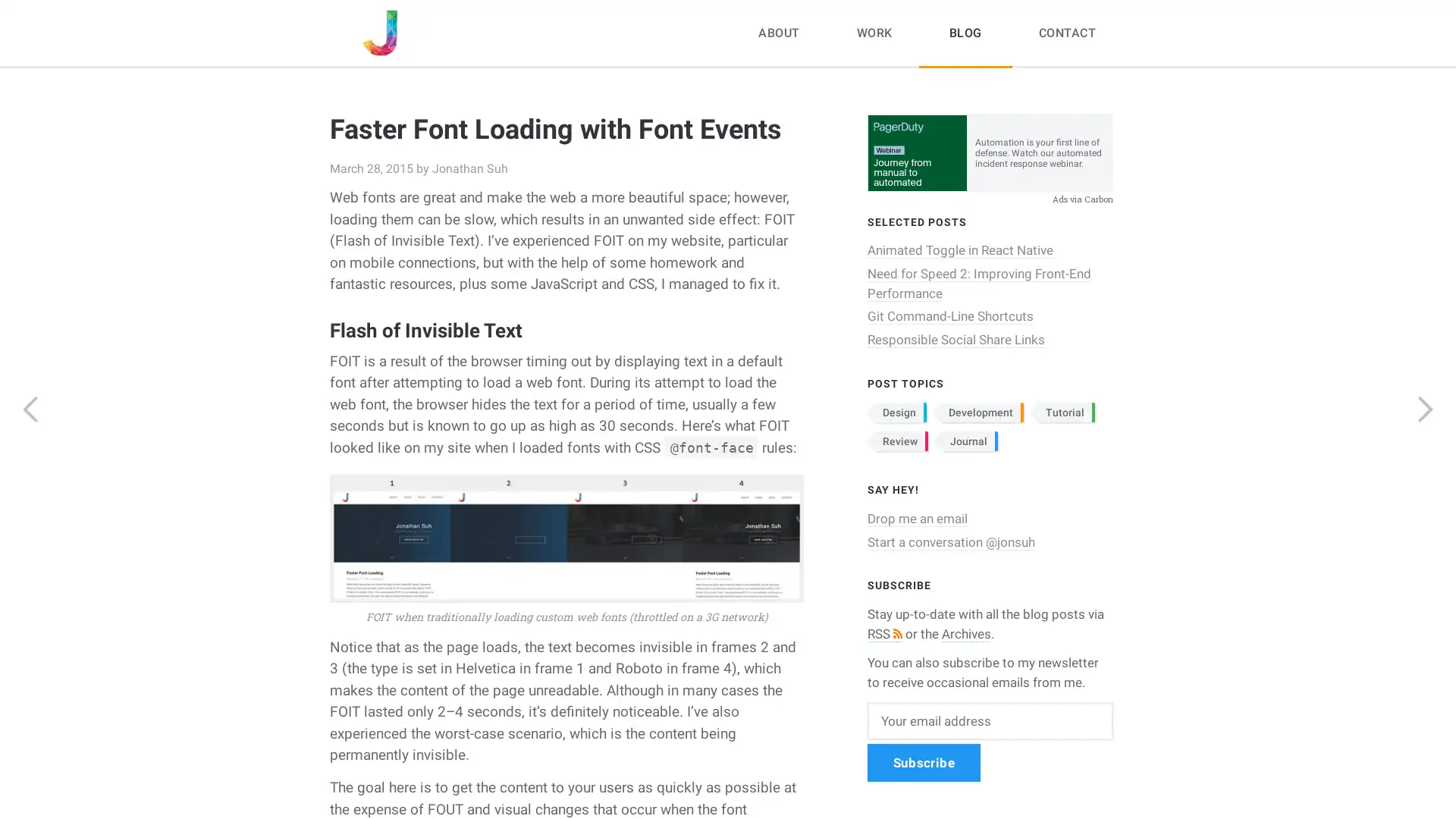 The image size is (1456, 819). What do you see at coordinates (923, 762) in the screenshot?
I see `Subscribe` at bounding box center [923, 762].